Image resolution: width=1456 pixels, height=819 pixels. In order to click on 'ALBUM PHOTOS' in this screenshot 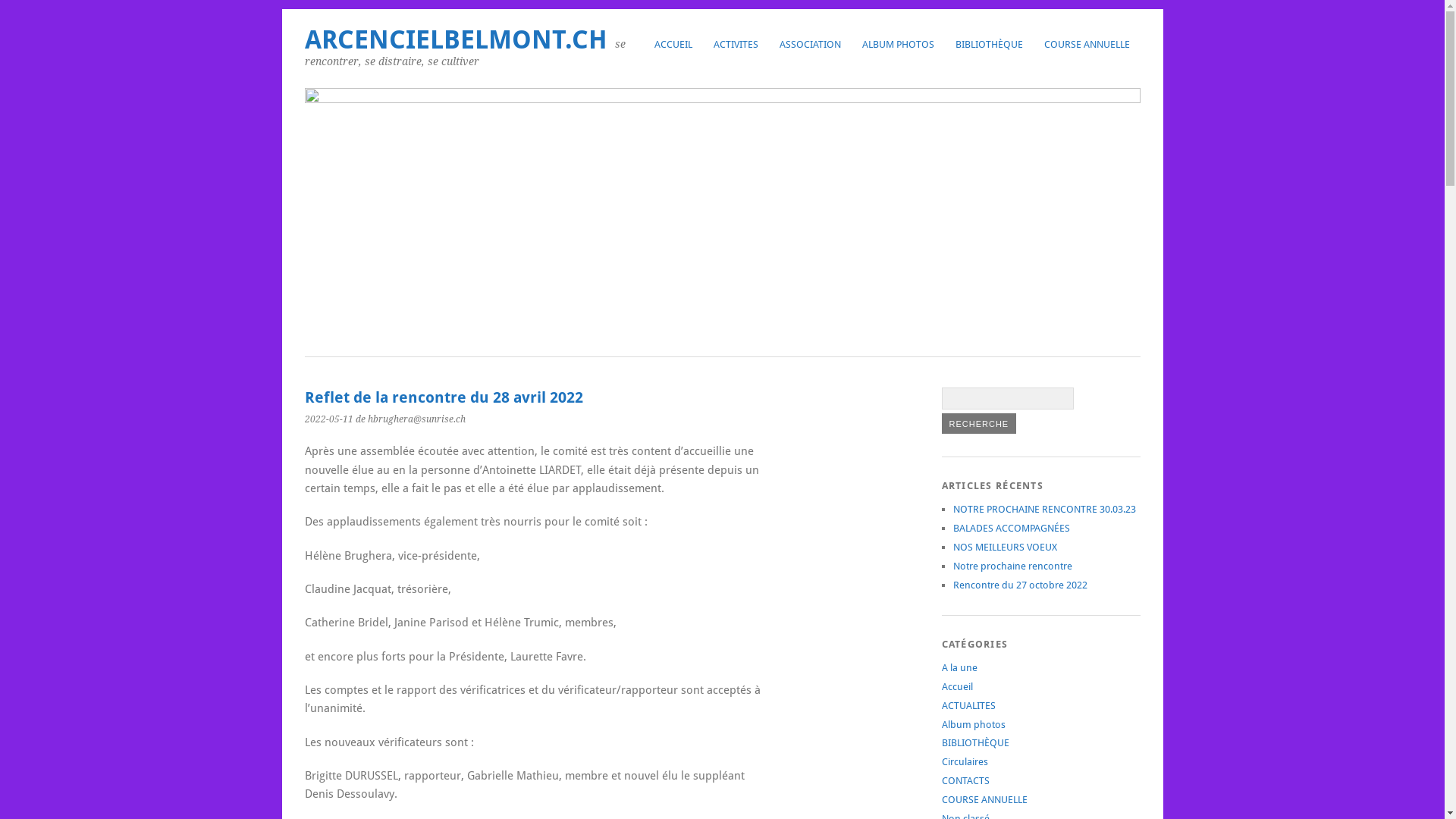, I will do `click(897, 43)`.